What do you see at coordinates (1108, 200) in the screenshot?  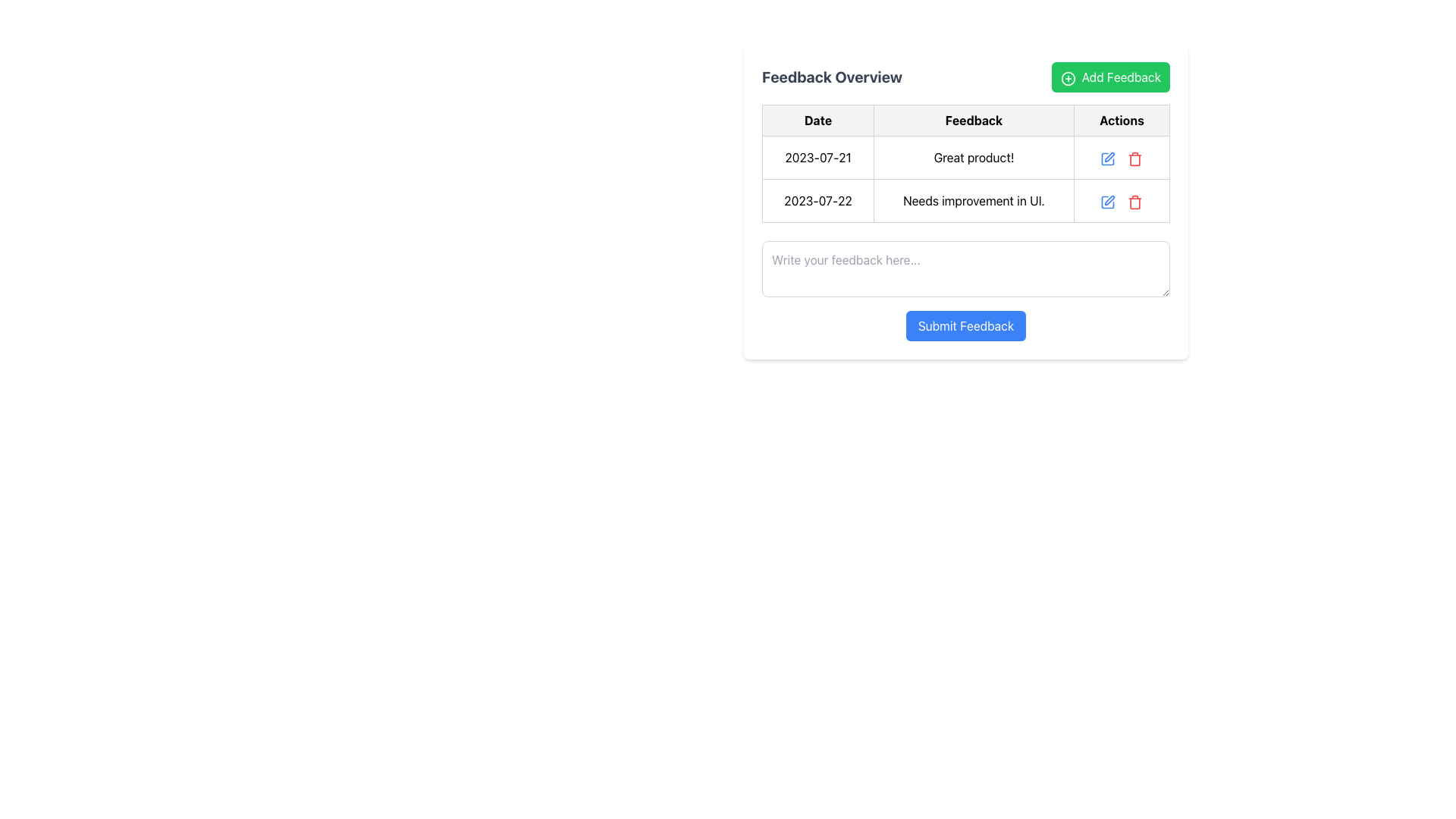 I see `the edit button icon located in the 'Actions' column of the second row of the feedback overview table to initiate an edit function for the corresponding feedback entry` at bounding box center [1108, 200].